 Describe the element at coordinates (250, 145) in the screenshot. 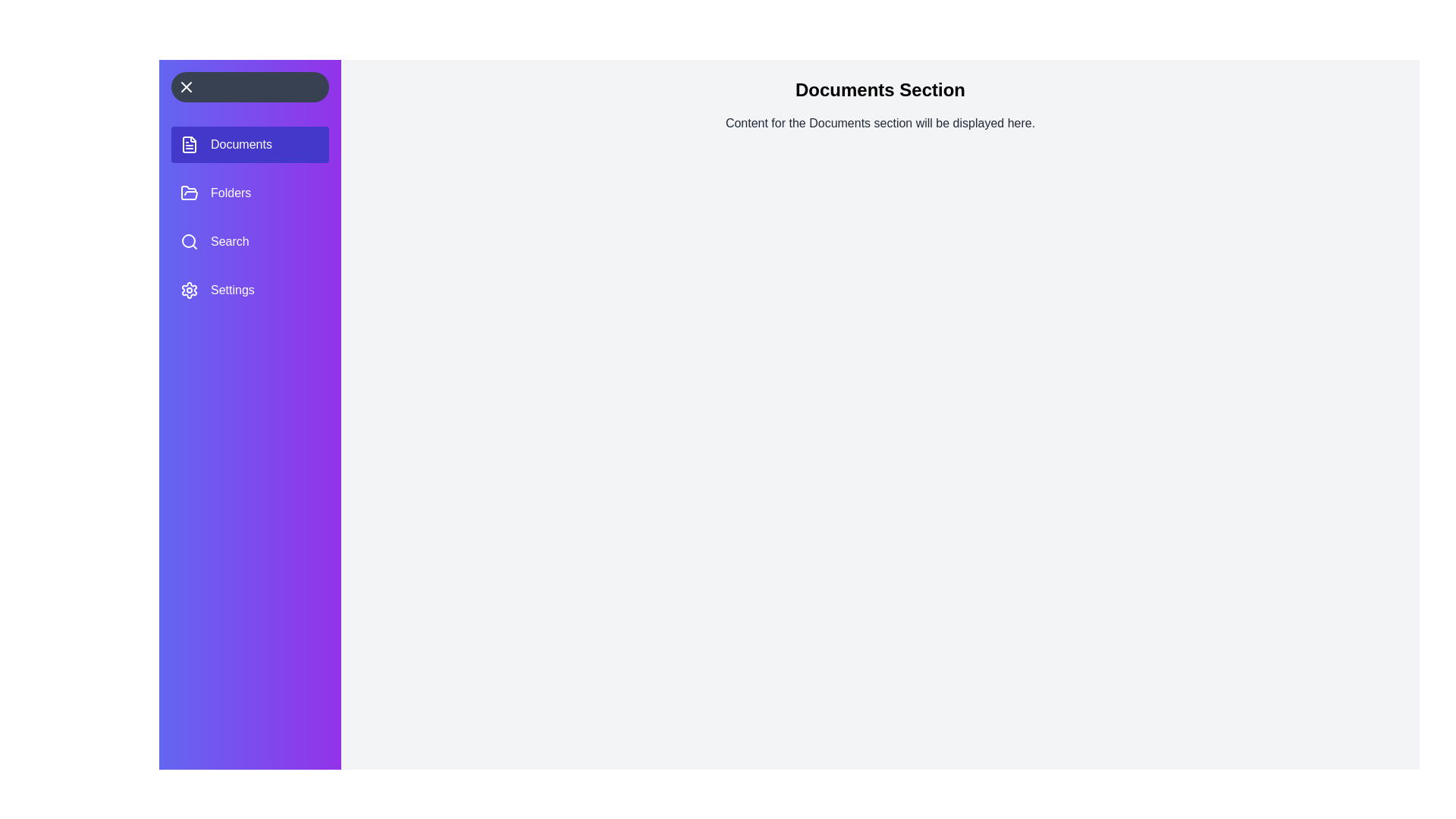

I see `the section labeled Documents to select it` at that location.